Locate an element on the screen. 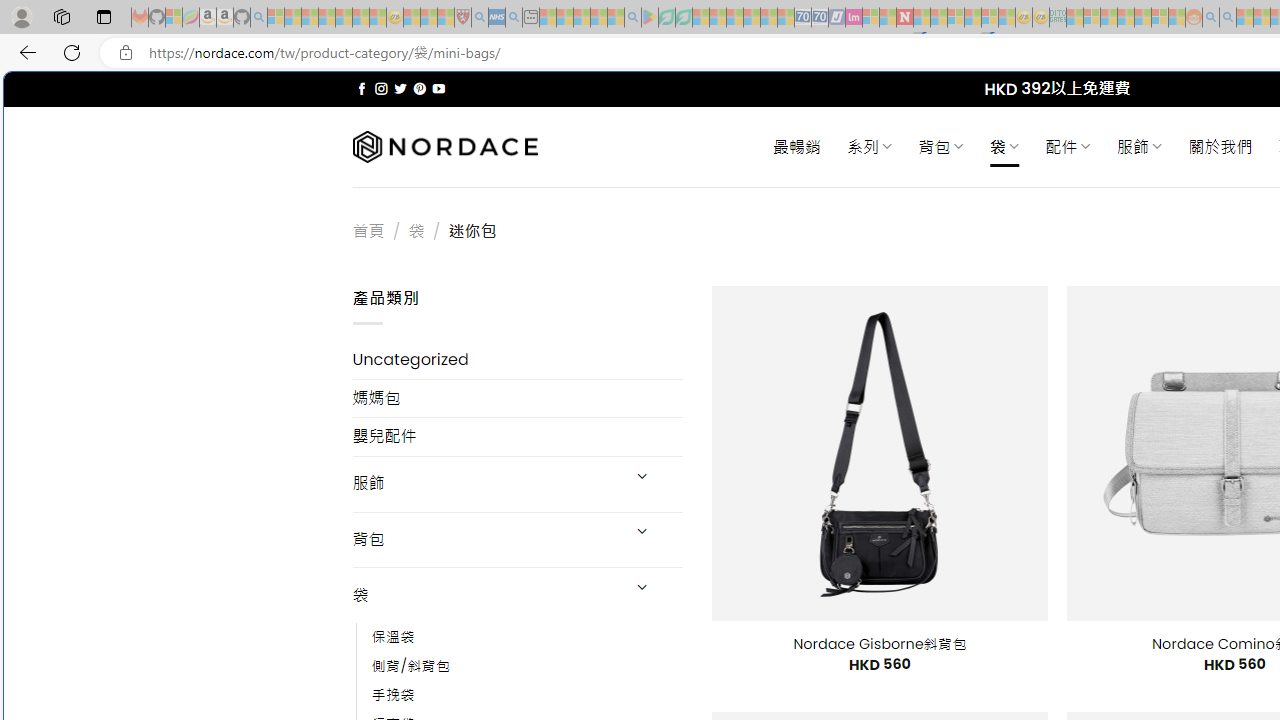 The width and height of the screenshot is (1280, 720). 'Nordace' is located at coordinates (443, 146).